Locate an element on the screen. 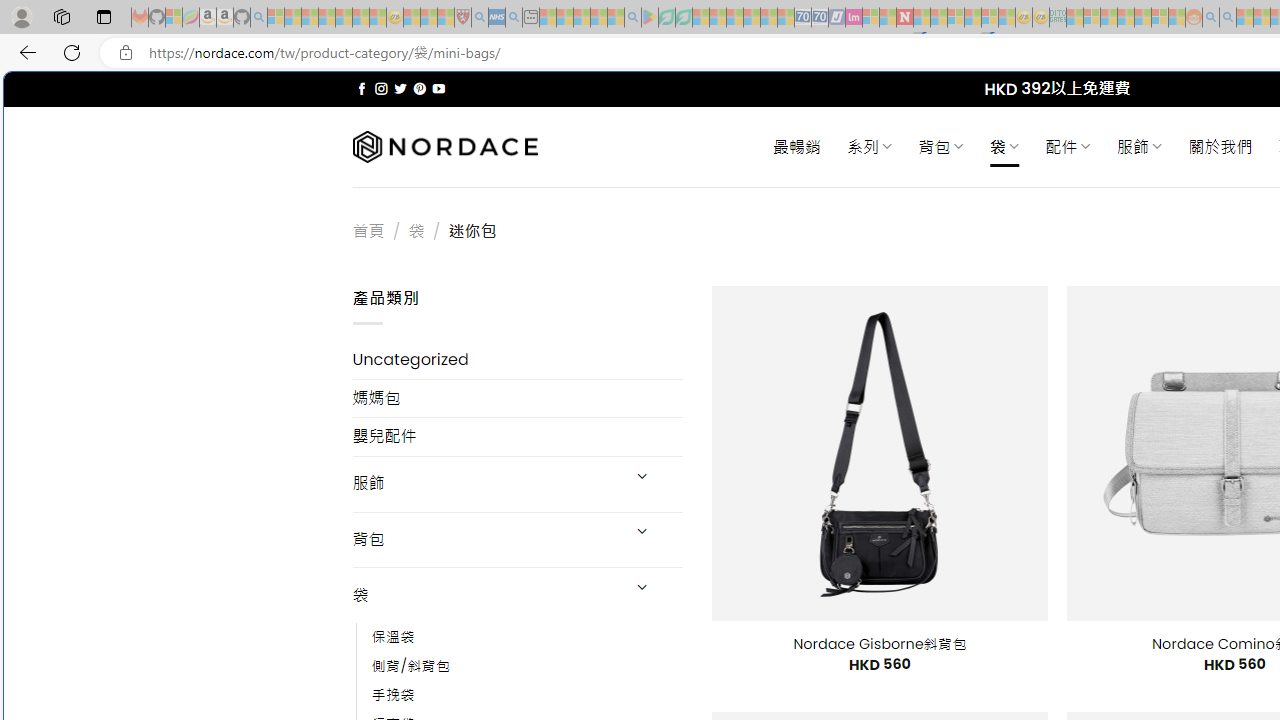 The width and height of the screenshot is (1280, 720). 'Nordace' is located at coordinates (443, 146).